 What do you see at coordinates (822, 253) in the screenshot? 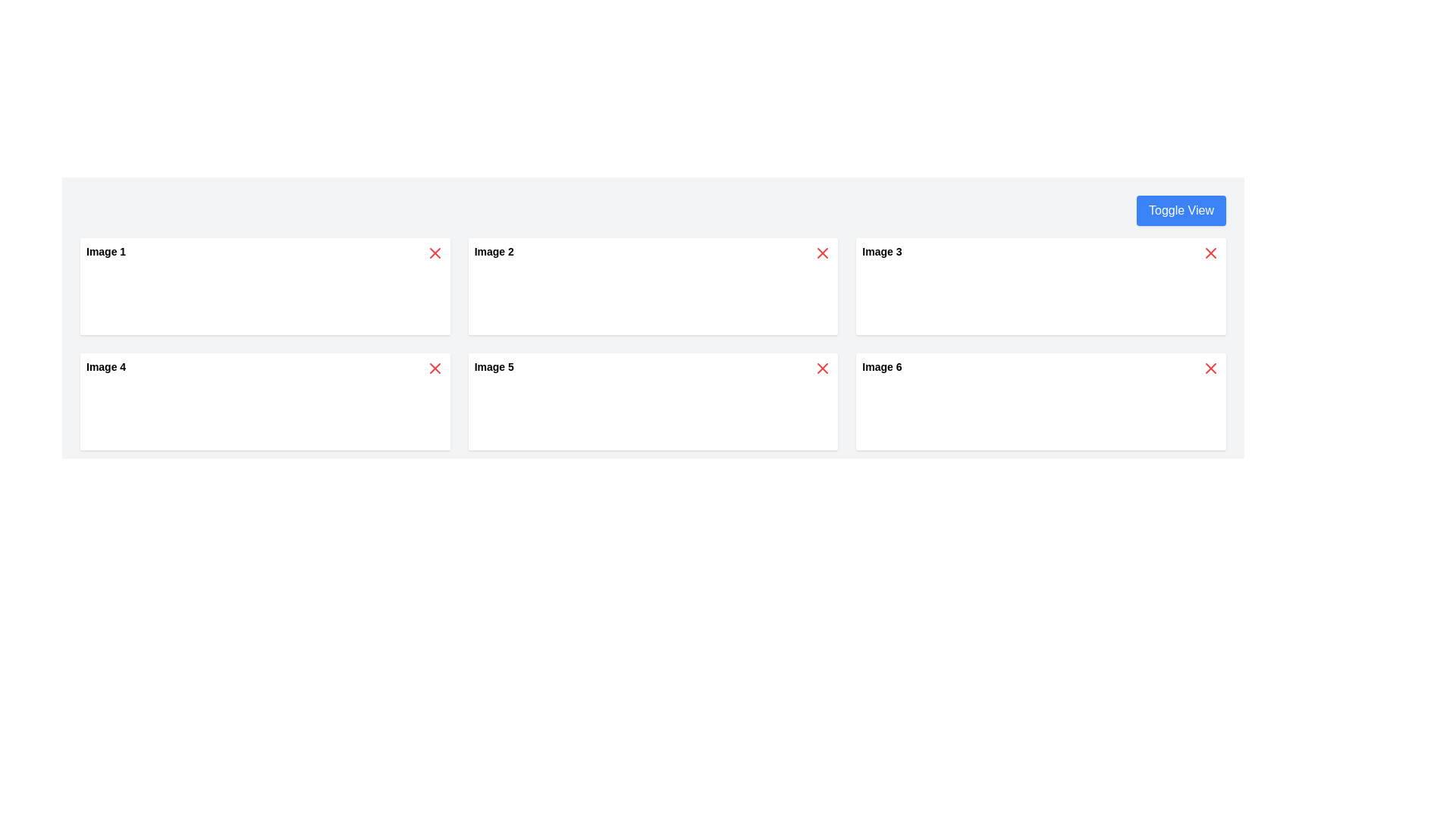
I see `the close button located in the upper-right corner of the 'Image 2' box to observe the color change effect` at bounding box center [822, 253].